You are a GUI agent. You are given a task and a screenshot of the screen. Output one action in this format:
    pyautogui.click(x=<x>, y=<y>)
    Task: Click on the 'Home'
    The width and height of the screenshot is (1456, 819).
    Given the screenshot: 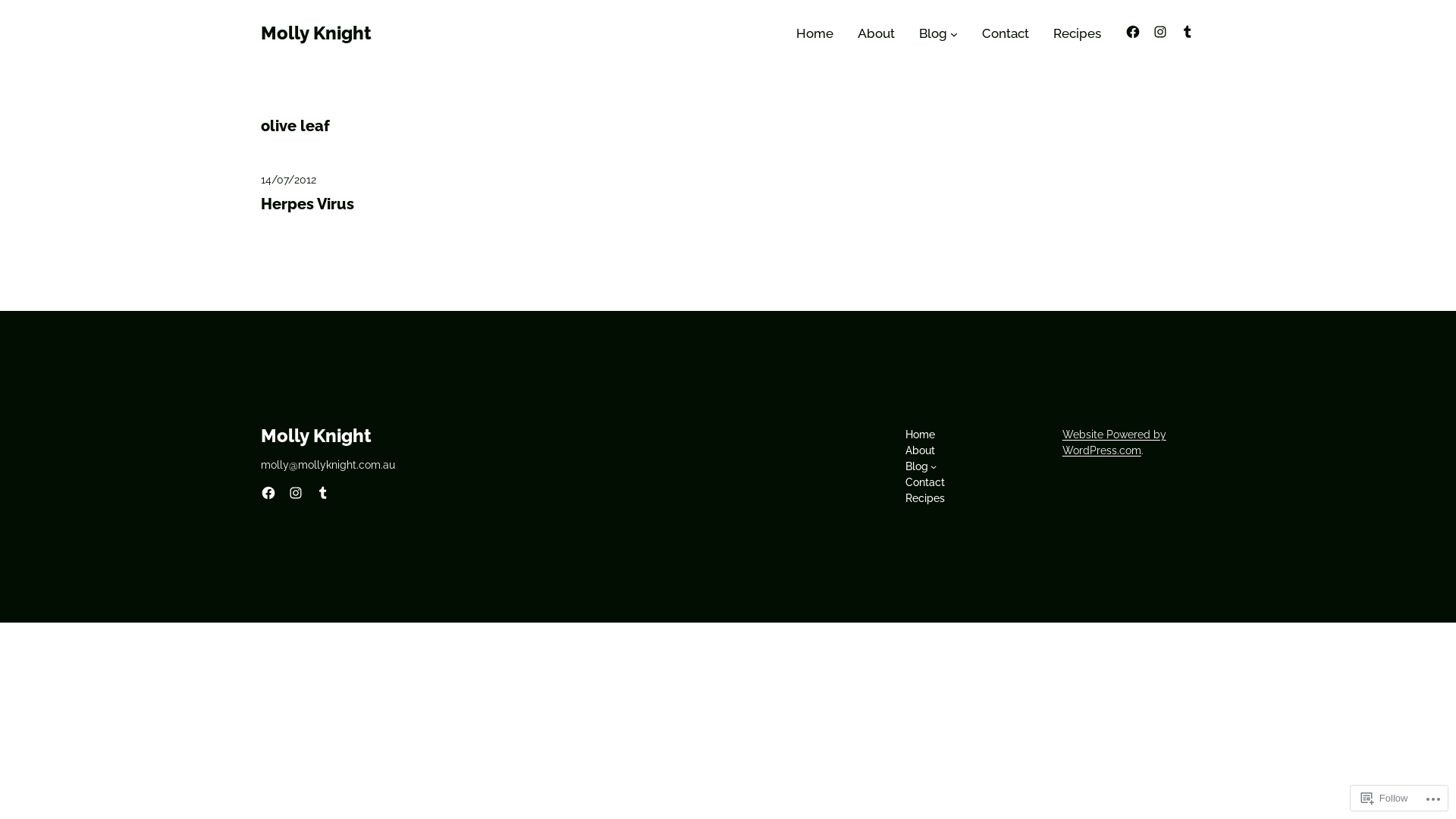 What is the action you would take?
    pyautogui.click(x=919, y=435)
    